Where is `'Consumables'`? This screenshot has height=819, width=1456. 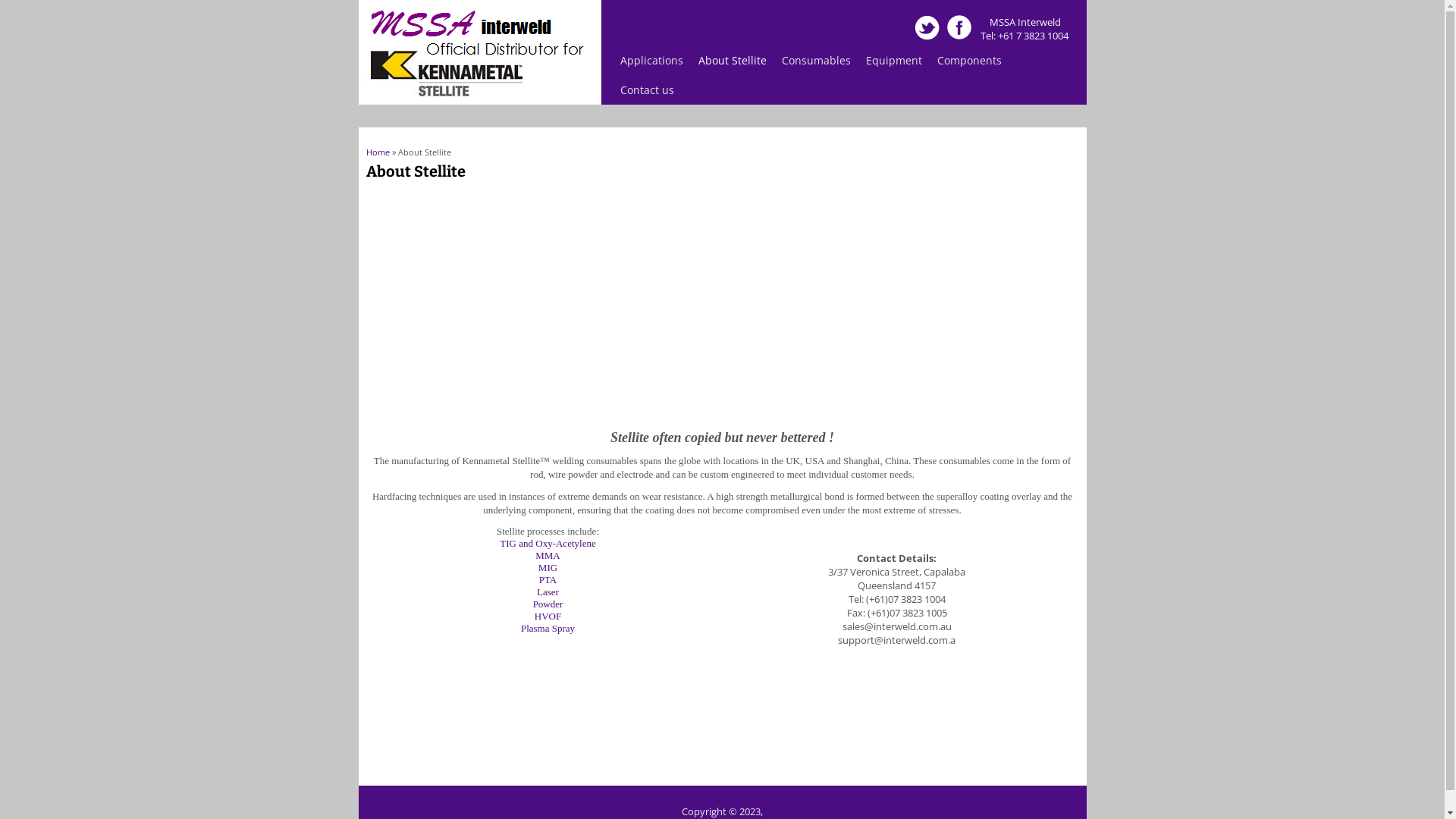 'Consumables' is located at coordinates (814, 59).